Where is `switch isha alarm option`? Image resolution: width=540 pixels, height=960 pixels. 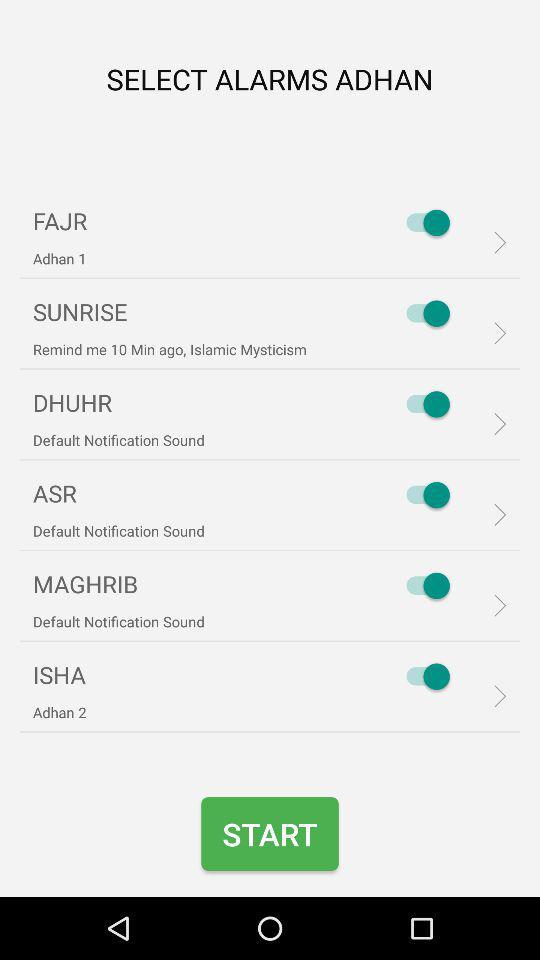
switch isha alarm option is located at coordinates (422, 676).